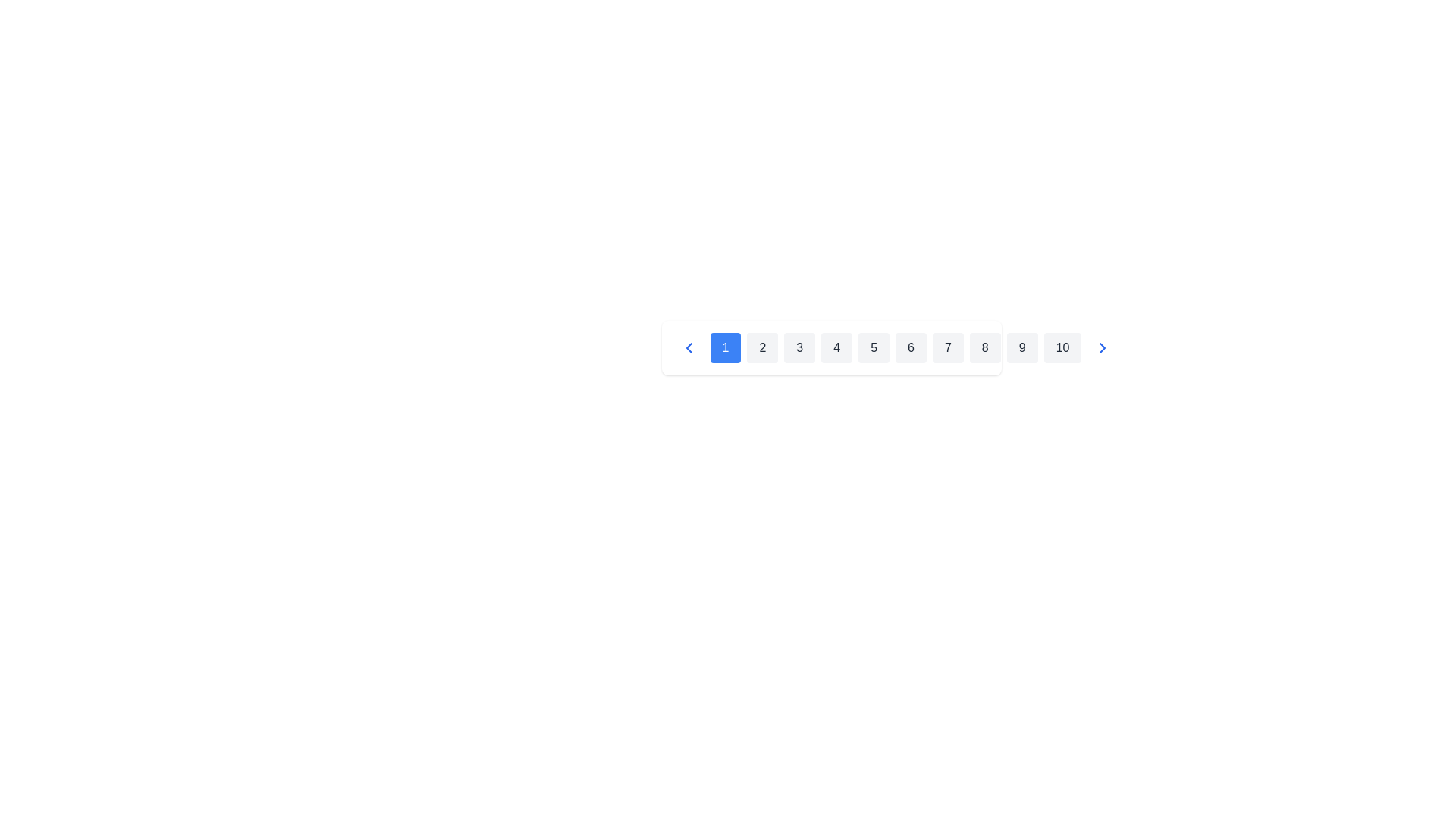  Describe the element at coordinates (830, 348) in the screenshot. I see `the pagination button representing page number '4'` at that location.